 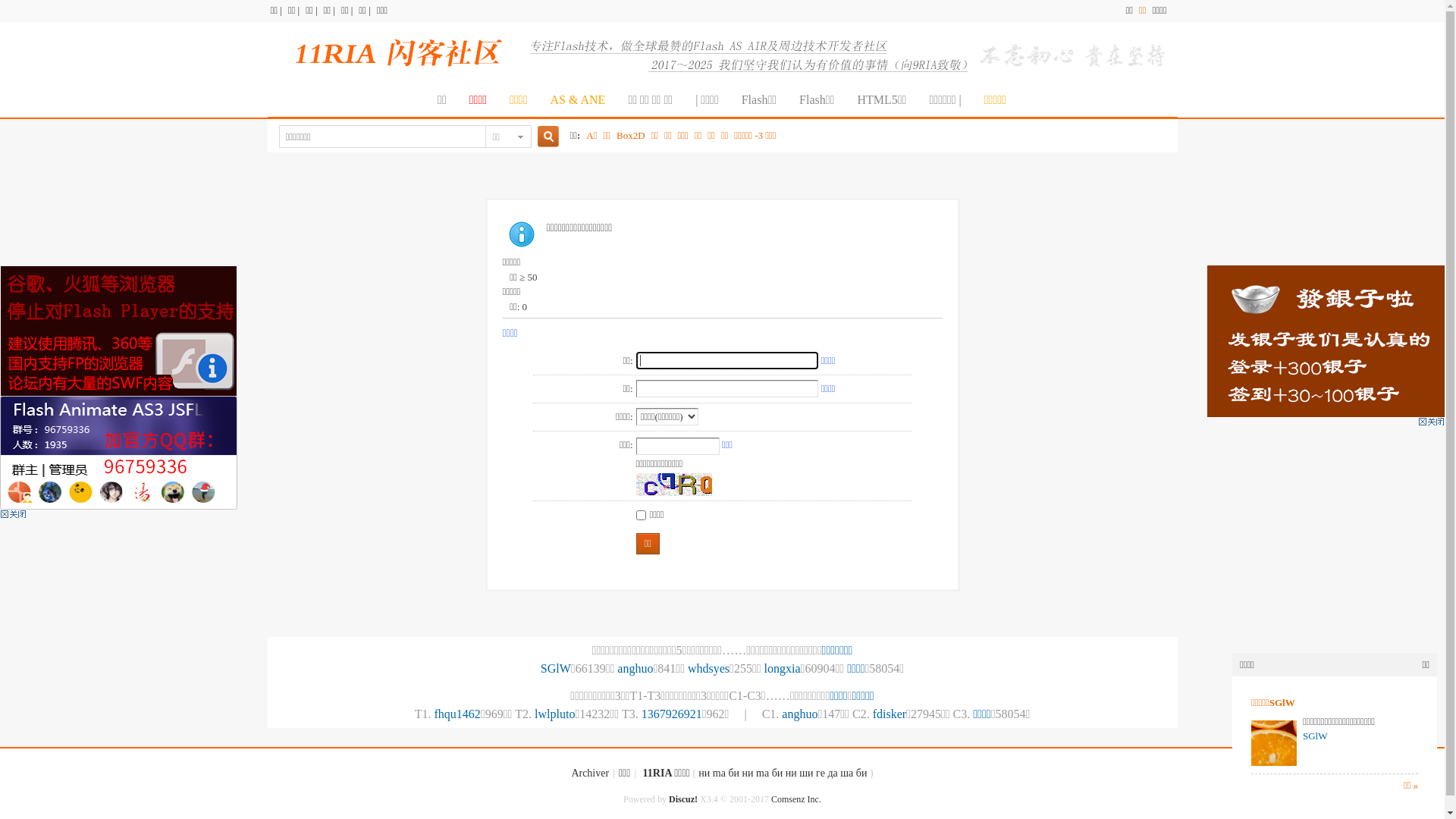 What do you see at coordinates (576, 99) in the screenshot?
I see `'AS & ANE'` at bounding box center [576, 99].